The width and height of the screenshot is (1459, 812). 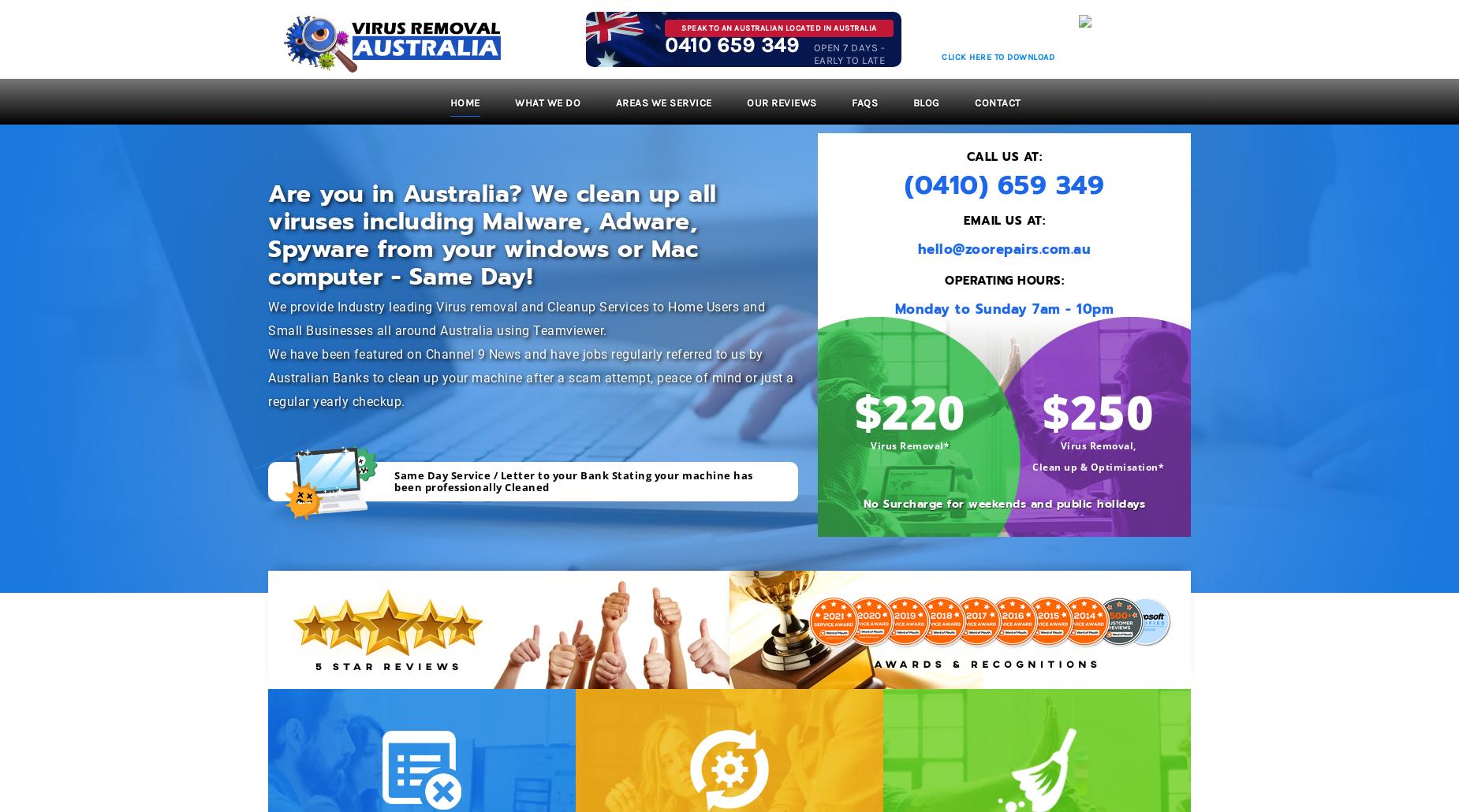 I want to click on 'We have been featured on Channel 9 News and have jobs regularly referred to us by Australian Banks to clean up your machine after a scam attempt, peace of mind or just a regular yearly checkup.', so click(x=531, y=377).